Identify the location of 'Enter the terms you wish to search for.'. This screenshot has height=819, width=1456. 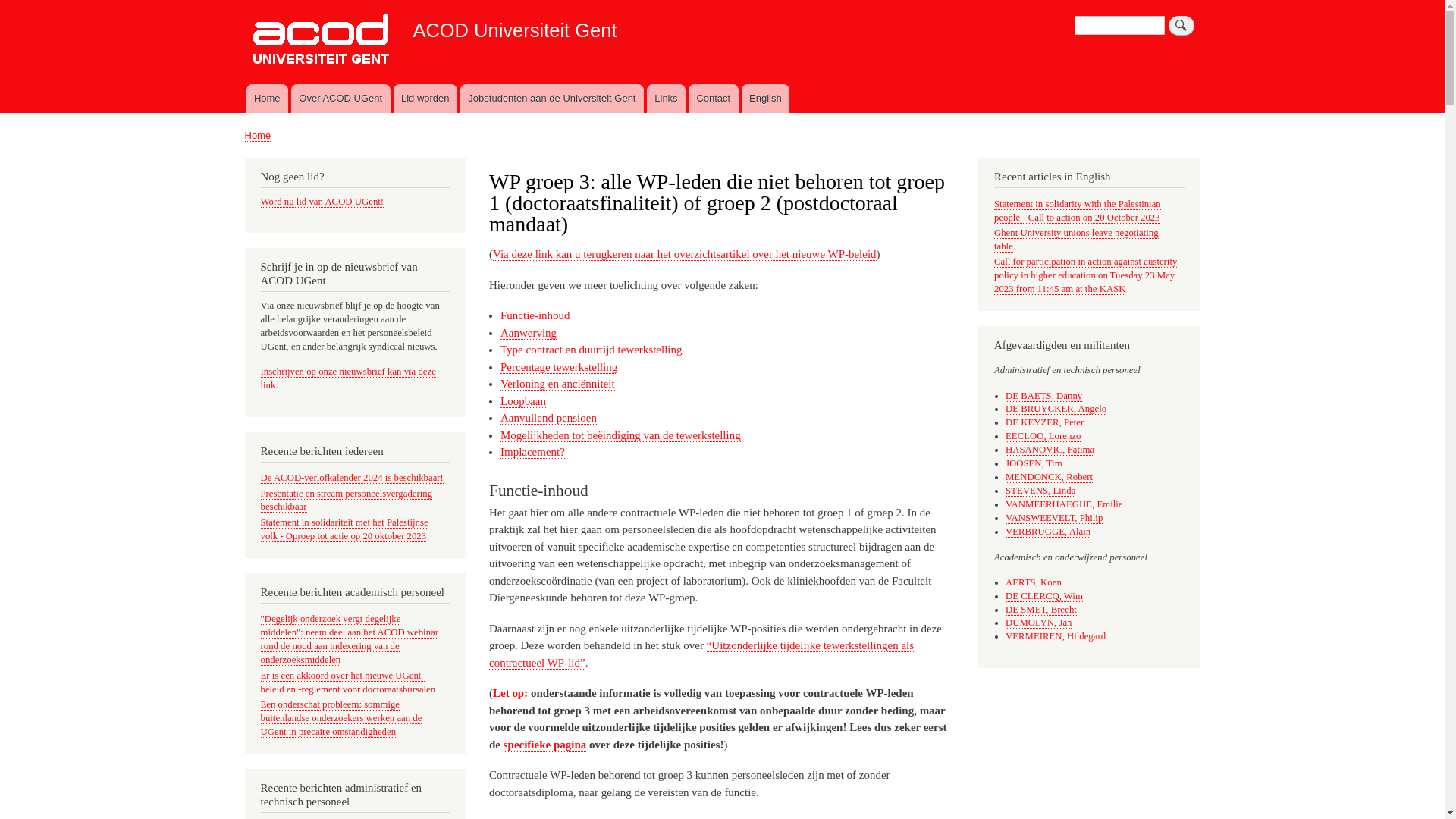
(1073, 25).